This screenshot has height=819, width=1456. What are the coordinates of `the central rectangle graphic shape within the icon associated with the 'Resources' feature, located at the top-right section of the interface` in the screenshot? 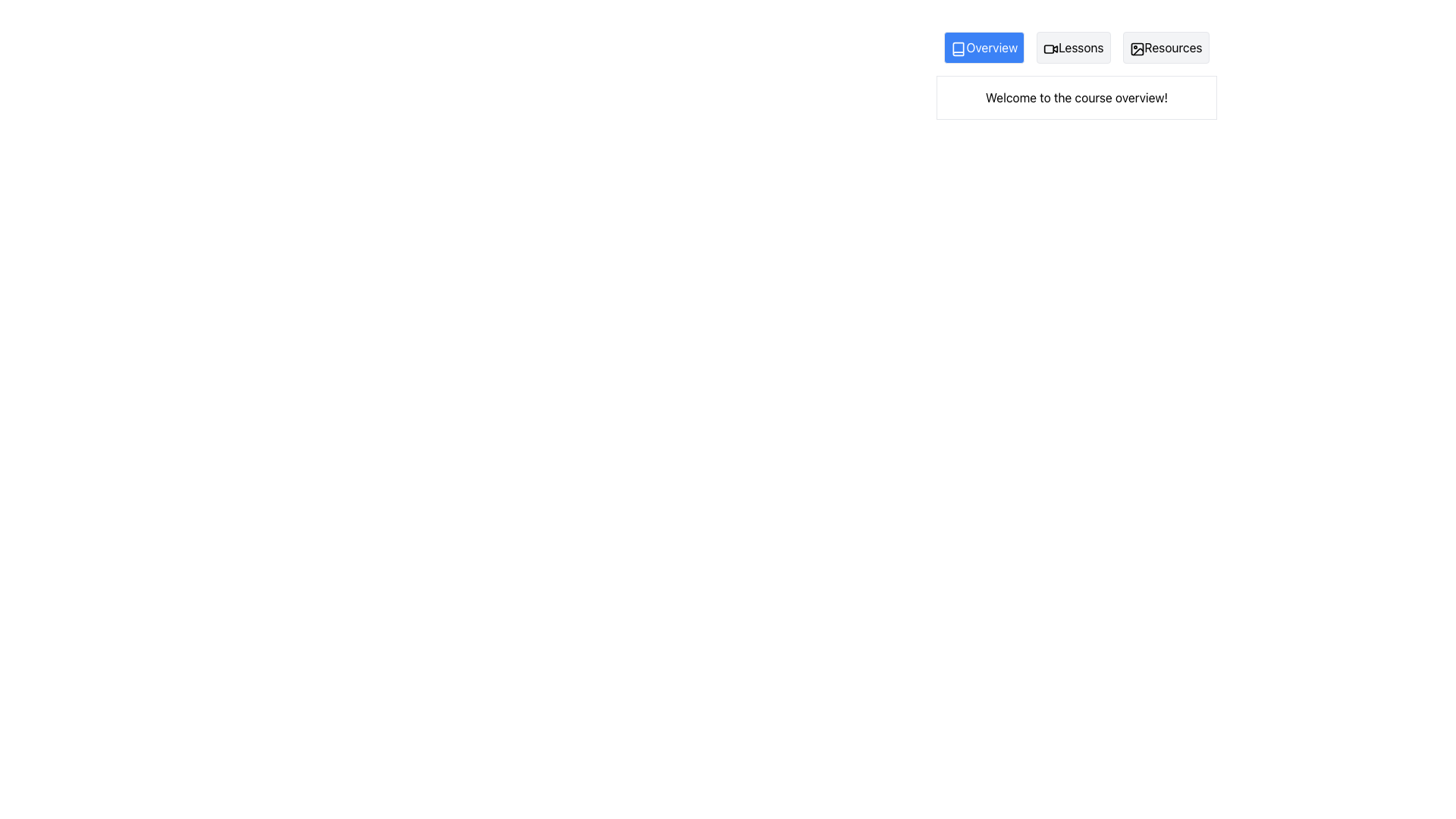 It's located at (1137, 48).